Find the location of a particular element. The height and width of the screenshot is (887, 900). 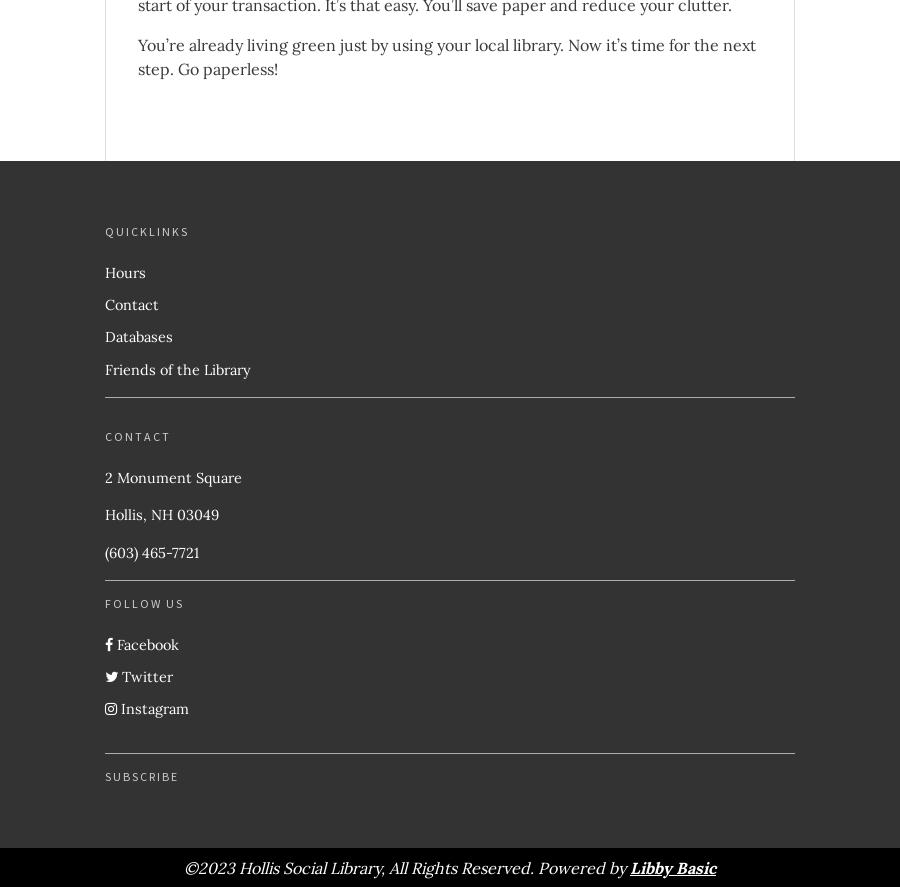

'Databases' is located at coordinates (138, 336).